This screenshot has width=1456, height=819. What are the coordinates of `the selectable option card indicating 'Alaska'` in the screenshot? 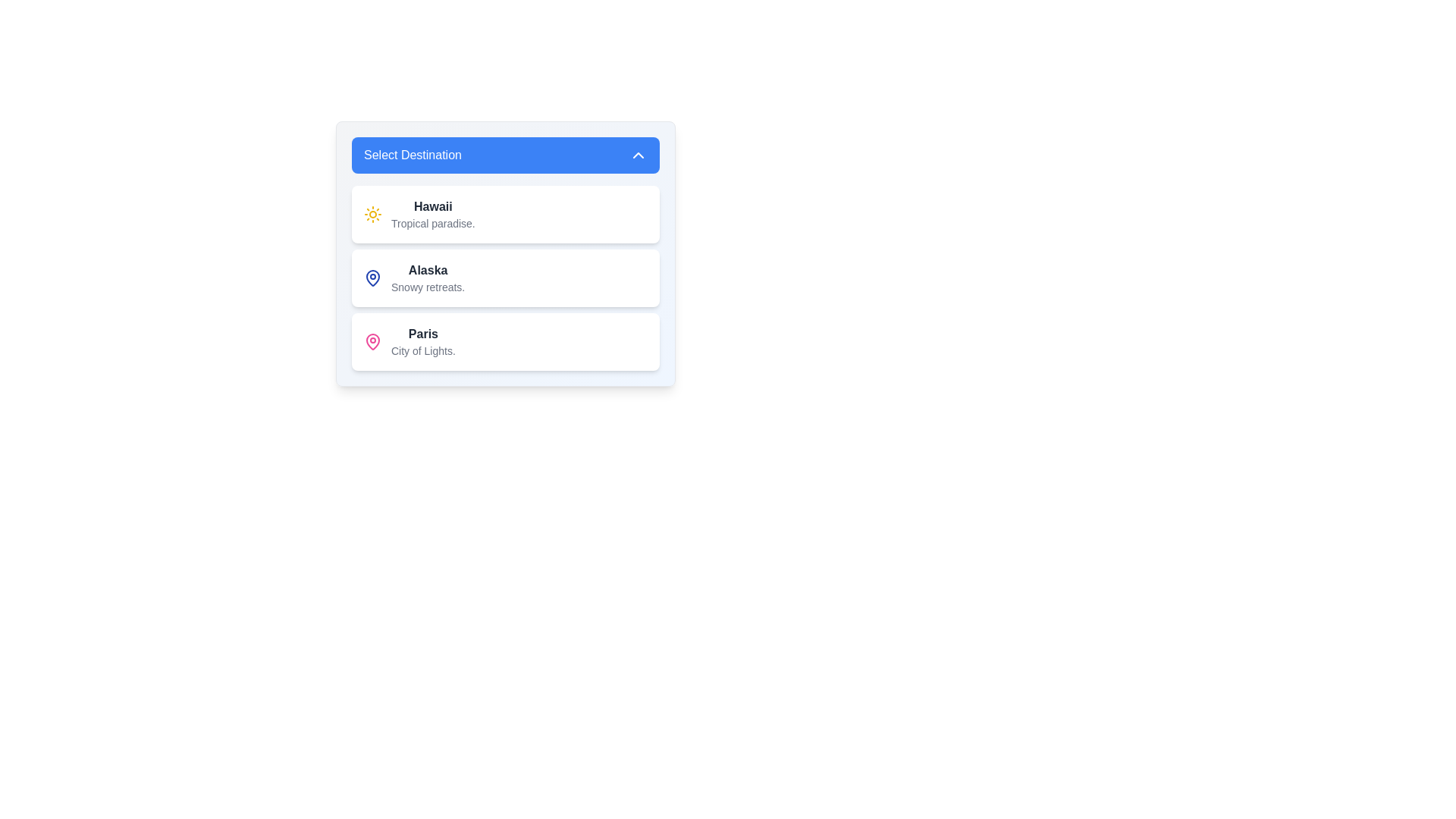 It's located at (506, 278).